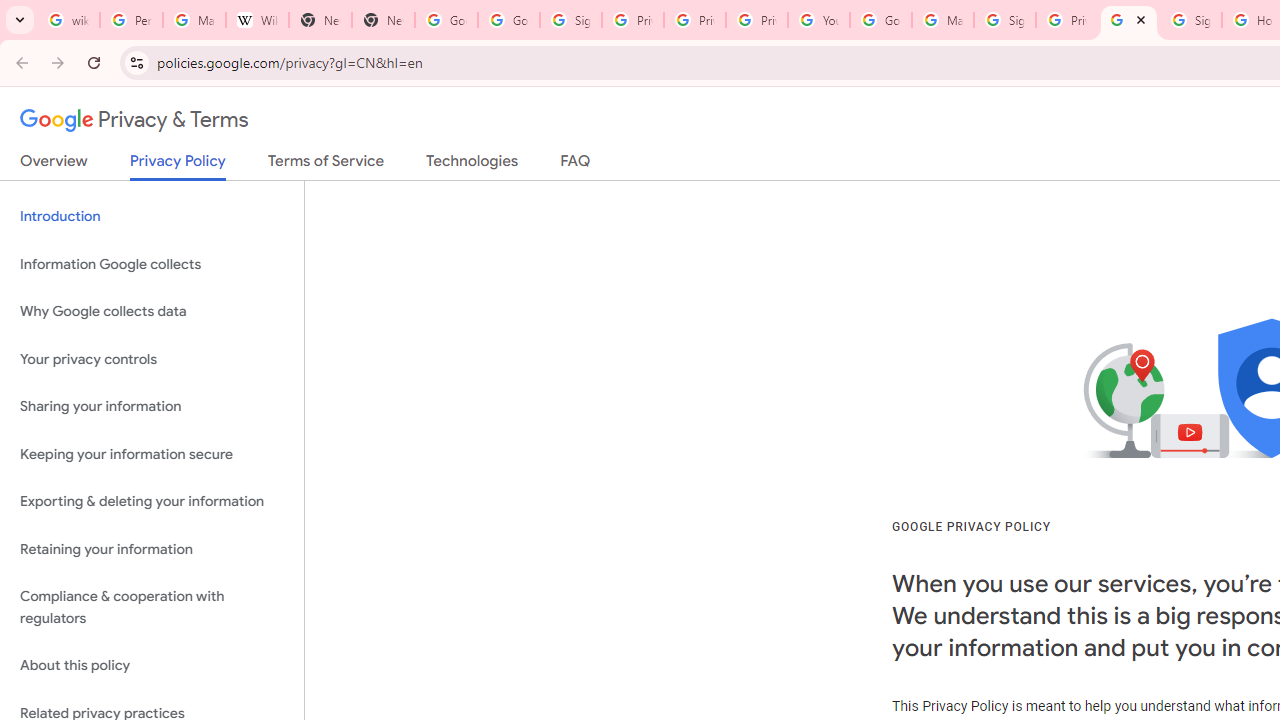  Describe the element at coordinates (1004, 20) in the screenshot. I see `'Sign in - Google Accounts'` at that location.